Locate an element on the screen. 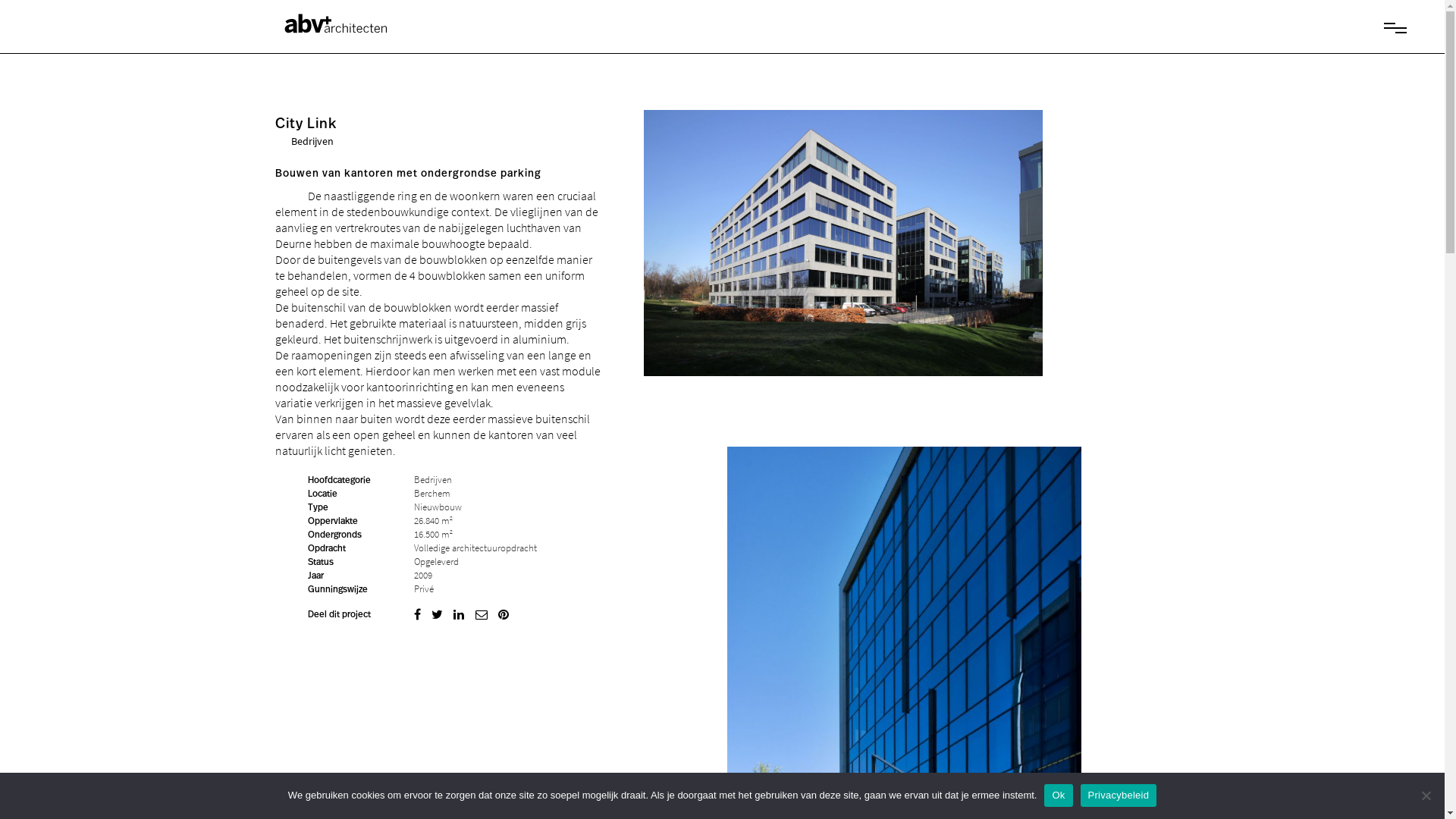 Image resolution: width=1456 pixels, height=819 pixels. 'Ok' is located at coordinates (1057, 795).